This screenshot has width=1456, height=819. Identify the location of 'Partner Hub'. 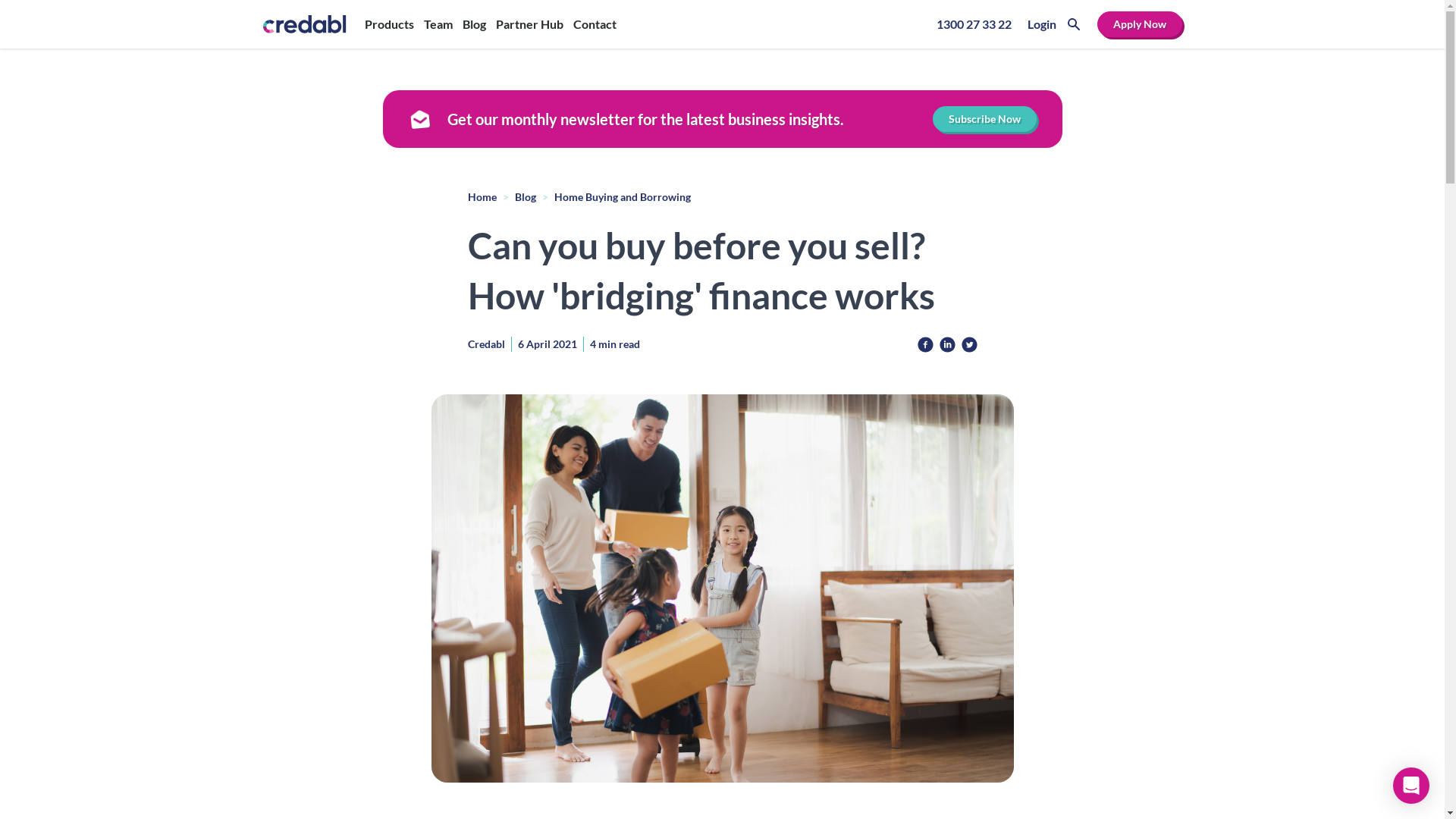
(529, 24).